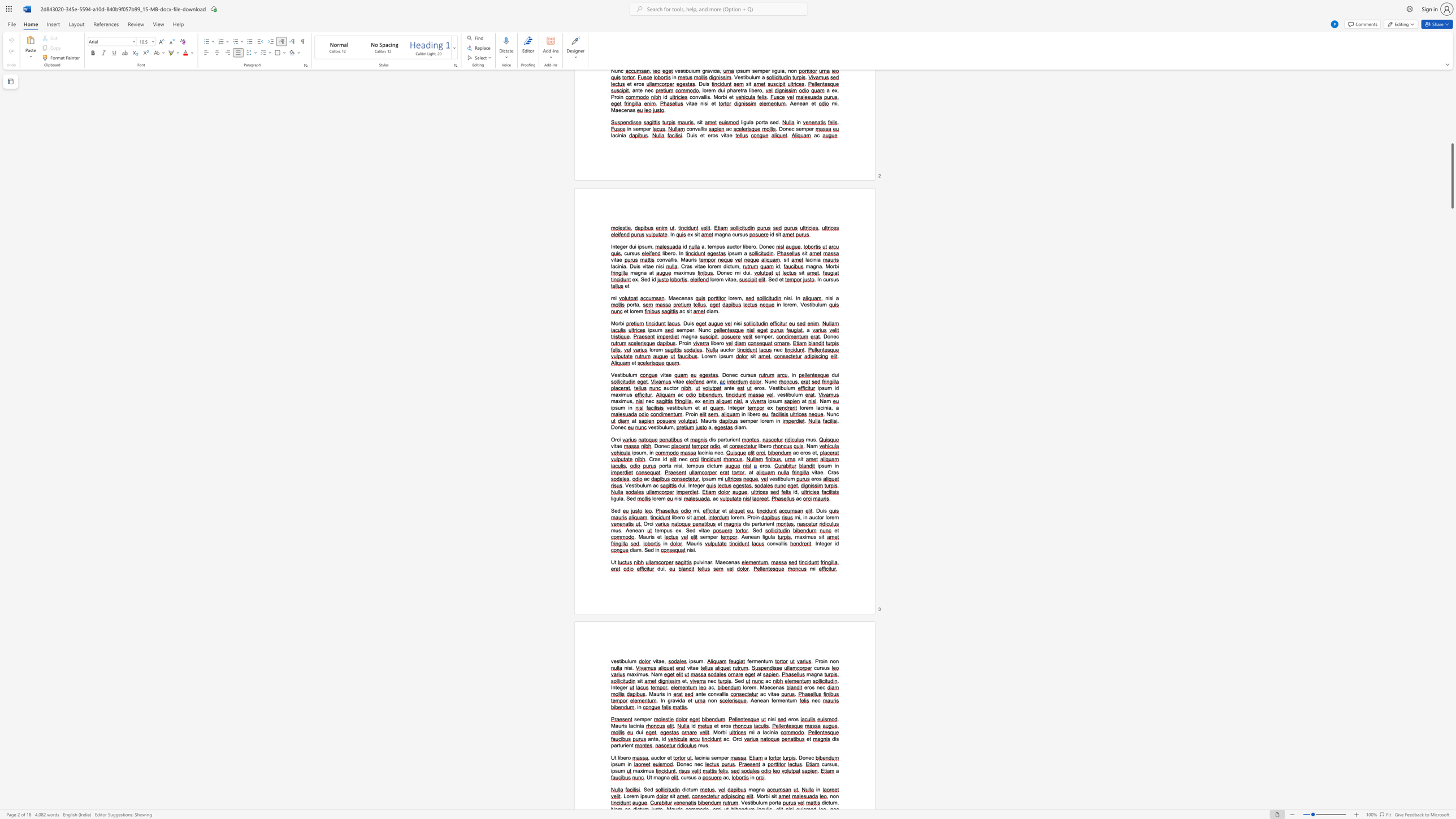 The image size is (1456, 819). Describe the element at coordinates (747, 523) in the screenshot. I see `the space between the continuous character "i" and "s" in the text` at that location.